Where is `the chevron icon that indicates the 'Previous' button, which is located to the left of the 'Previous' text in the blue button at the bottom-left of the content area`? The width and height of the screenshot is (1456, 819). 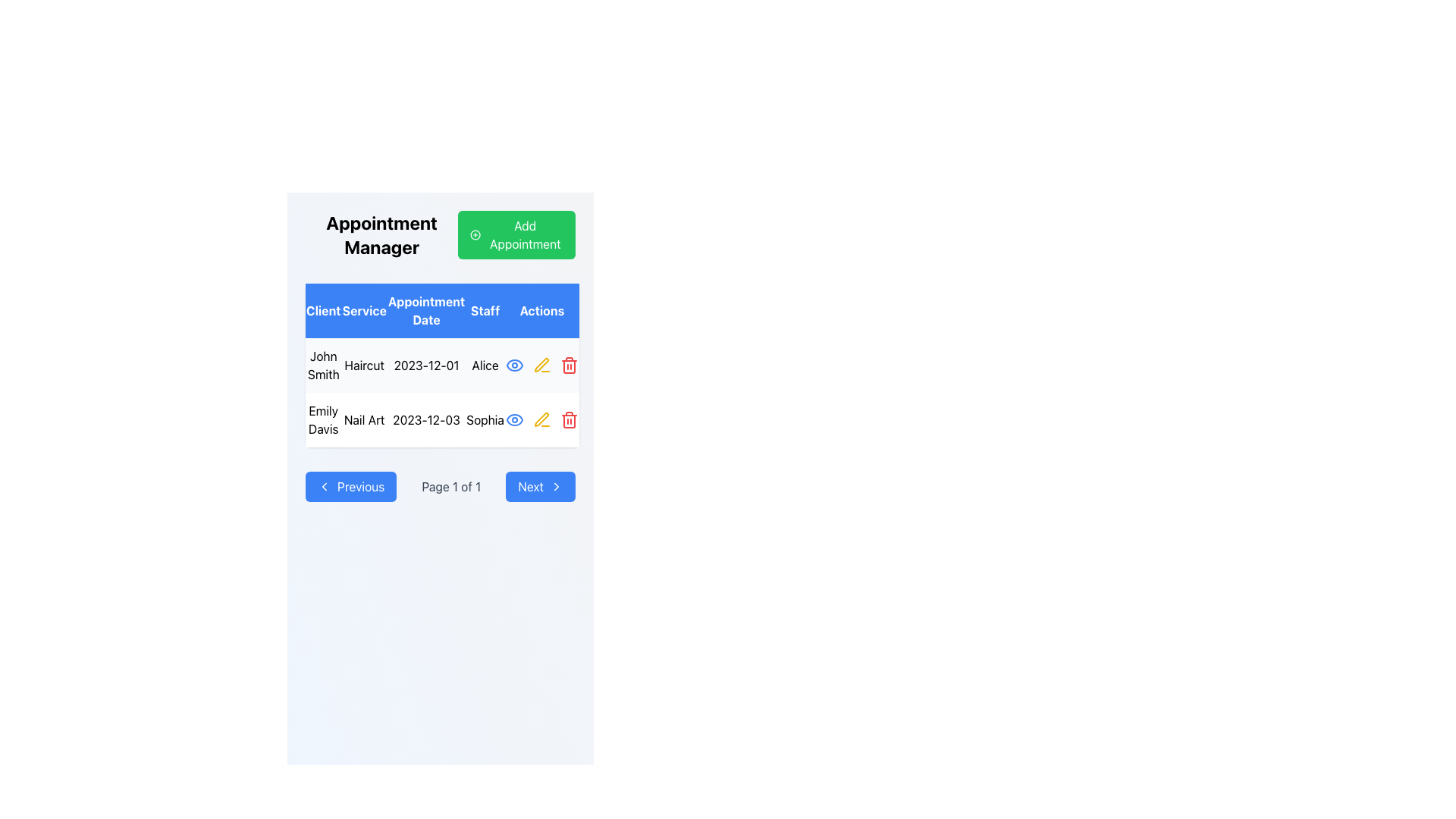
the chevron icon that indicates the 'Previous' button, which is located to the left of the 'Previous' text in the blue button at the bottom-left of the content area is located at coordinates (323, 486).